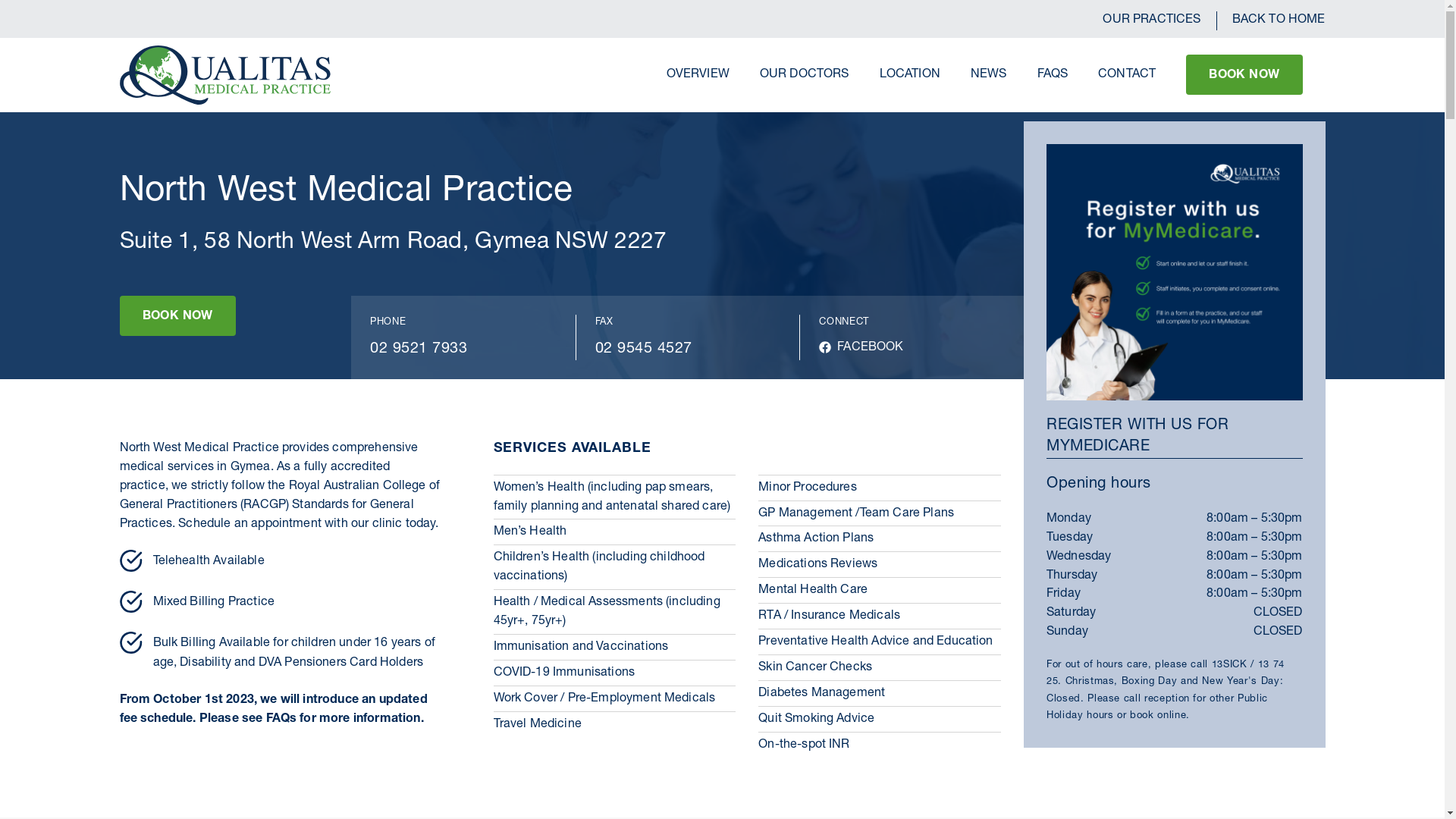  Describe the element at coordinates (803, 75) in the screenshot. I see `'OUR DOCTORS'` at that location.